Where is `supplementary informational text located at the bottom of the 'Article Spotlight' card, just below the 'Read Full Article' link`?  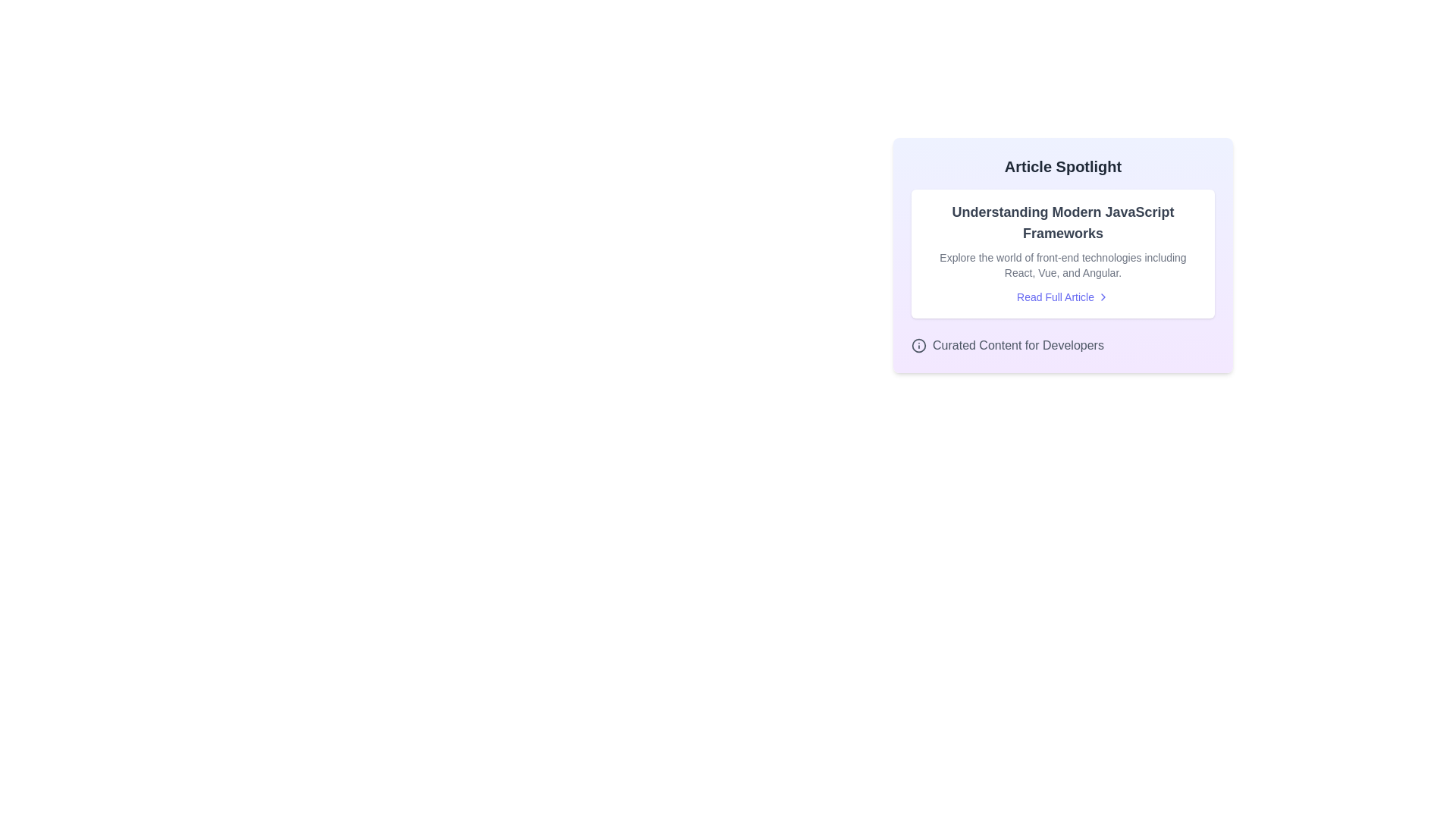
supplementary informational text located at the bottom of the 'Article Spotlight' card, just below the 'Read Full Article' link is located at coordinates (1062, 345).